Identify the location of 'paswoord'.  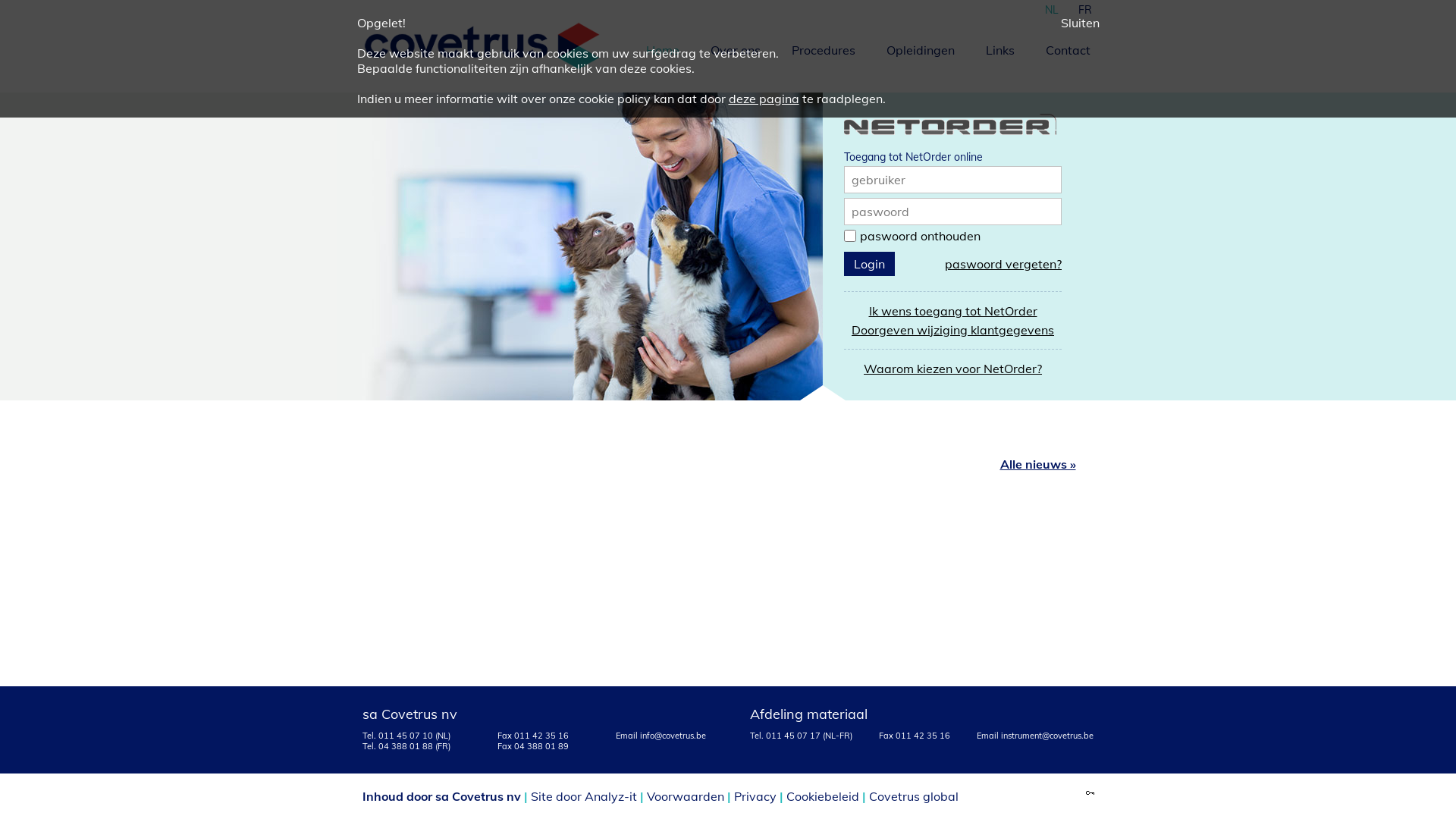
(880, 211).